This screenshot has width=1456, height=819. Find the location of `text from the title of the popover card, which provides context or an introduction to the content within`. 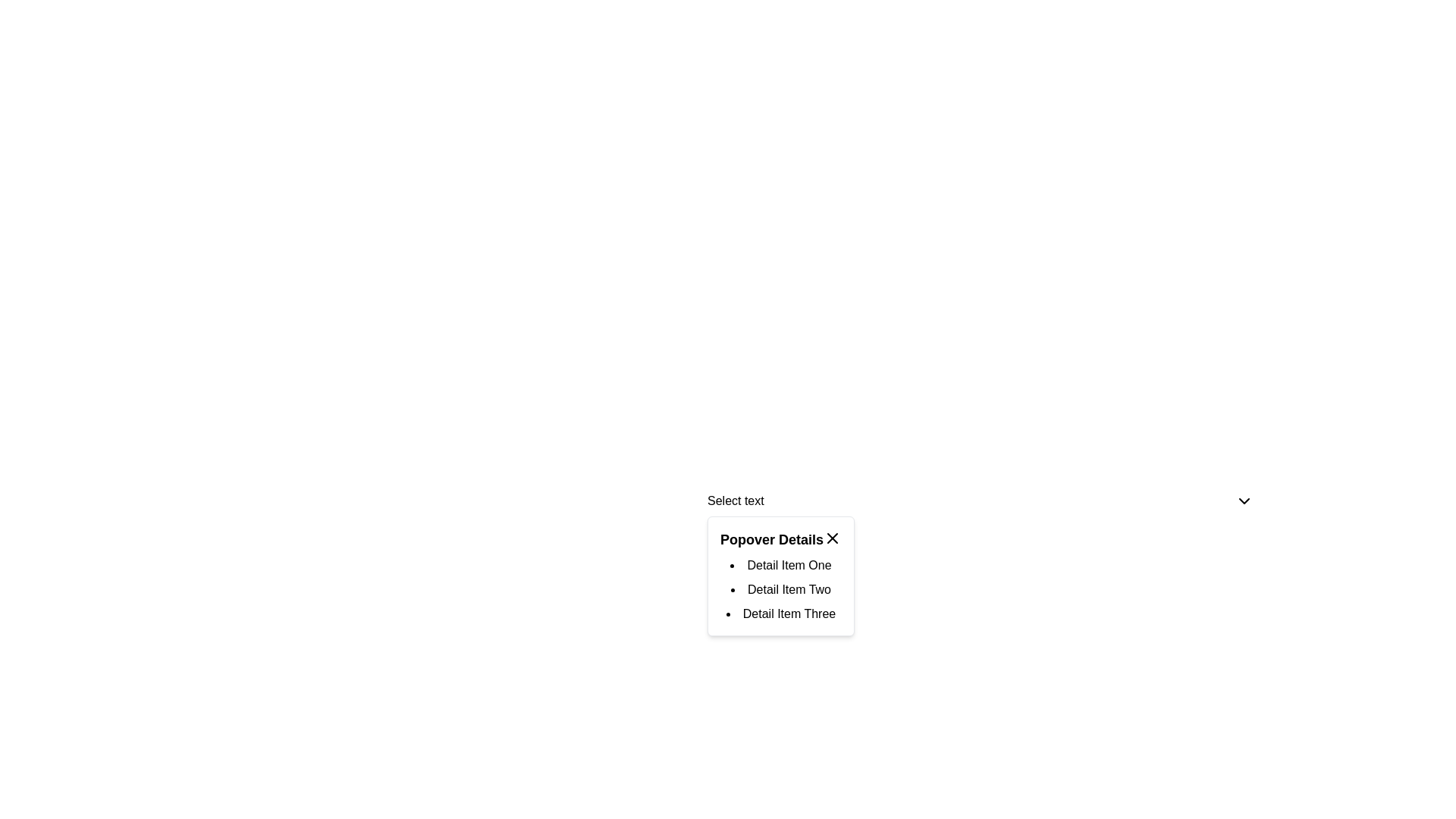

text from the title of the popover card, which provides context or an introduction to the content within is located at coordinates (771, 539).